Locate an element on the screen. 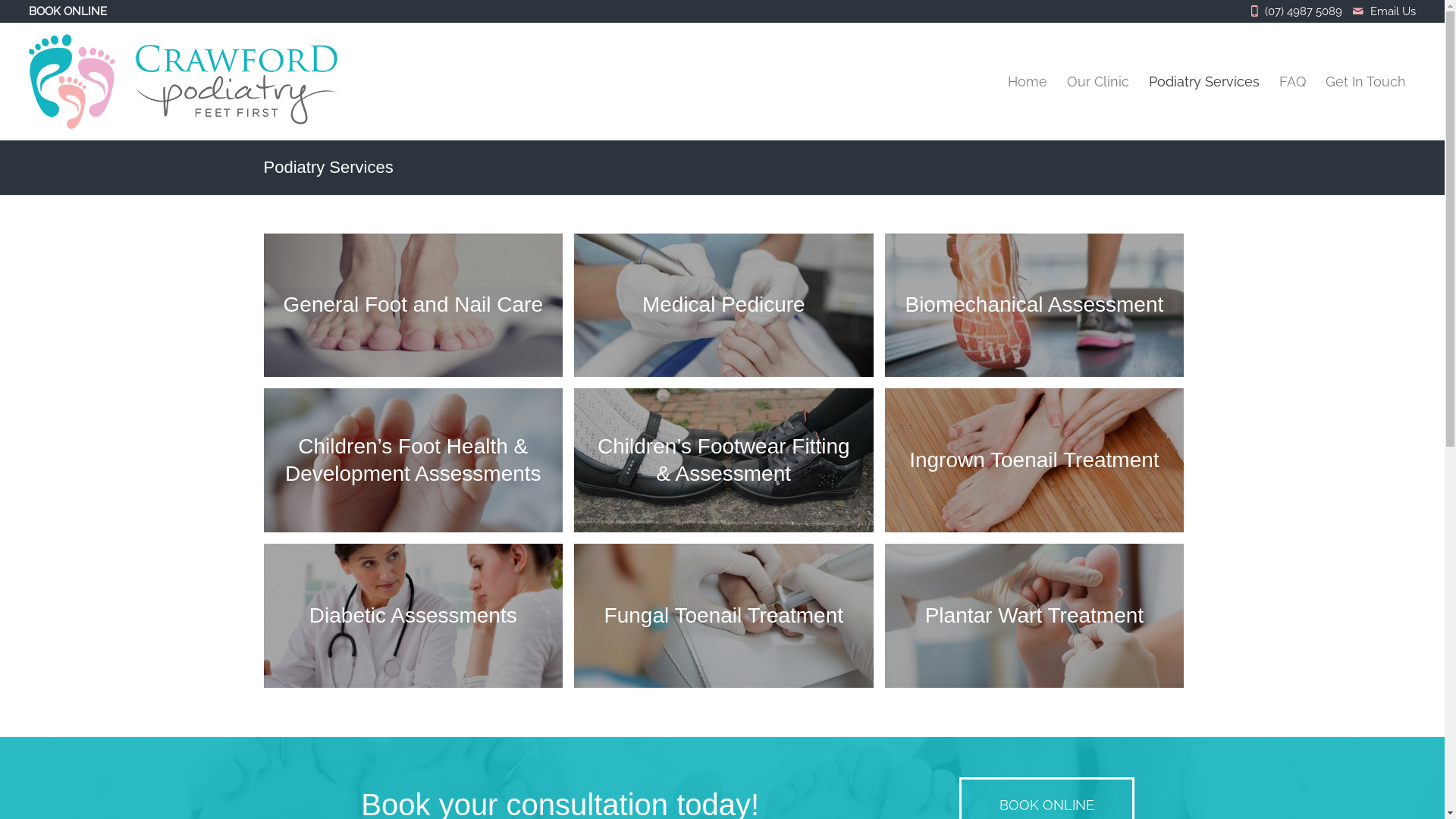  'Biomechanical Assessment' is located at coordinates (1040, 310).